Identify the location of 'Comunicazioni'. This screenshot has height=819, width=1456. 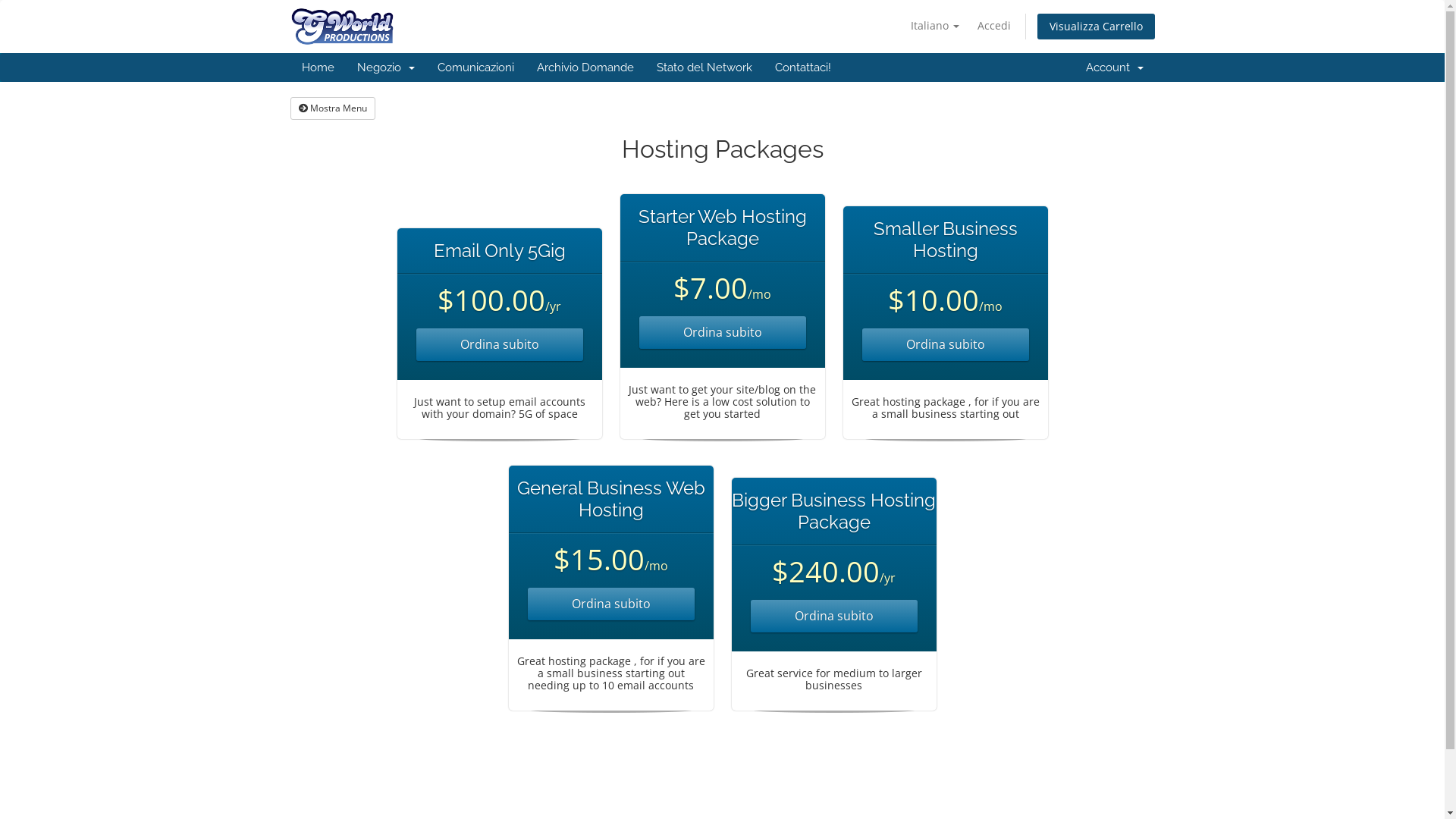
(475, 66).